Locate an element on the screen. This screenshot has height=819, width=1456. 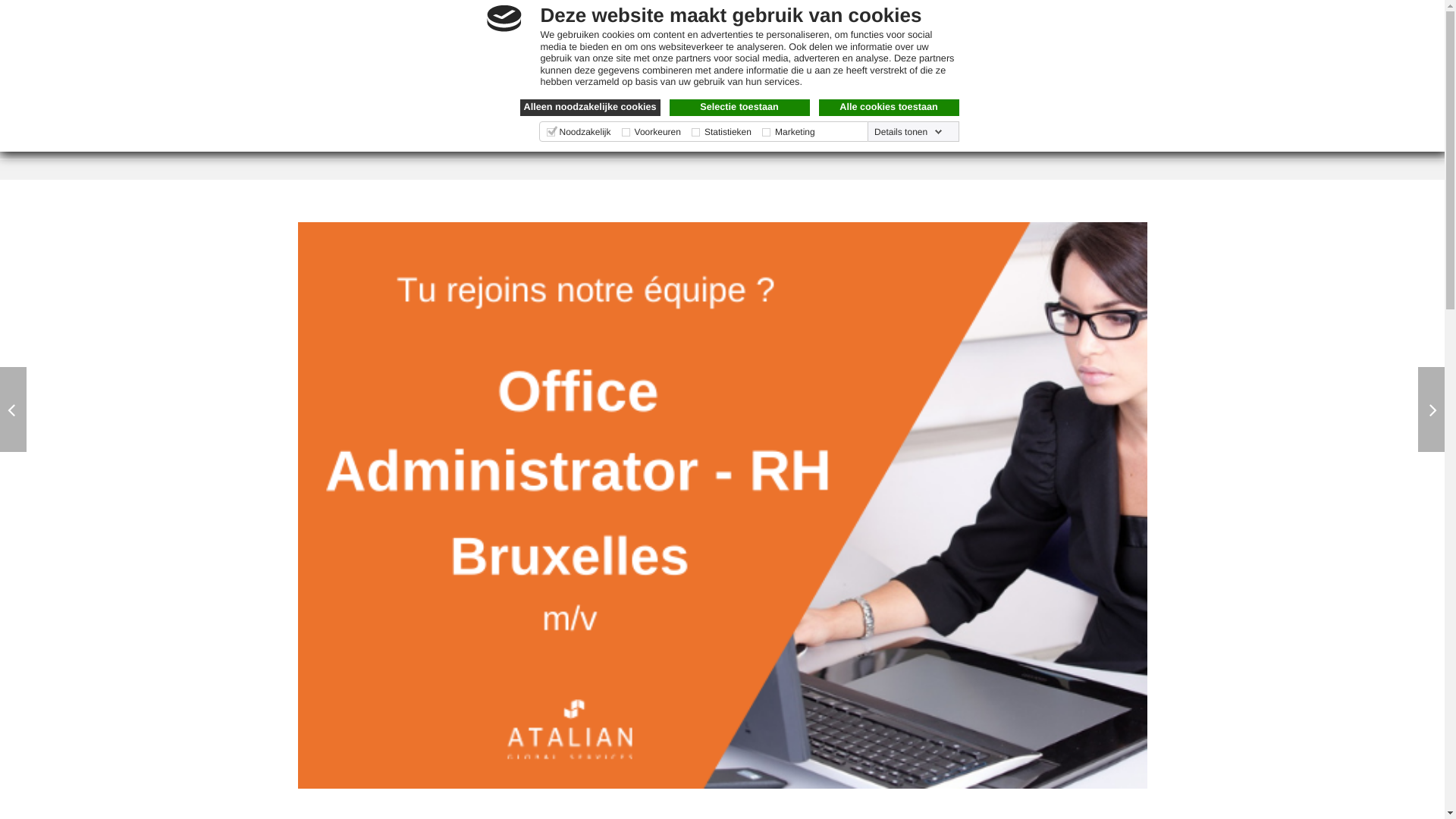
'OVER ONS' is located at coordinates (550, 112).